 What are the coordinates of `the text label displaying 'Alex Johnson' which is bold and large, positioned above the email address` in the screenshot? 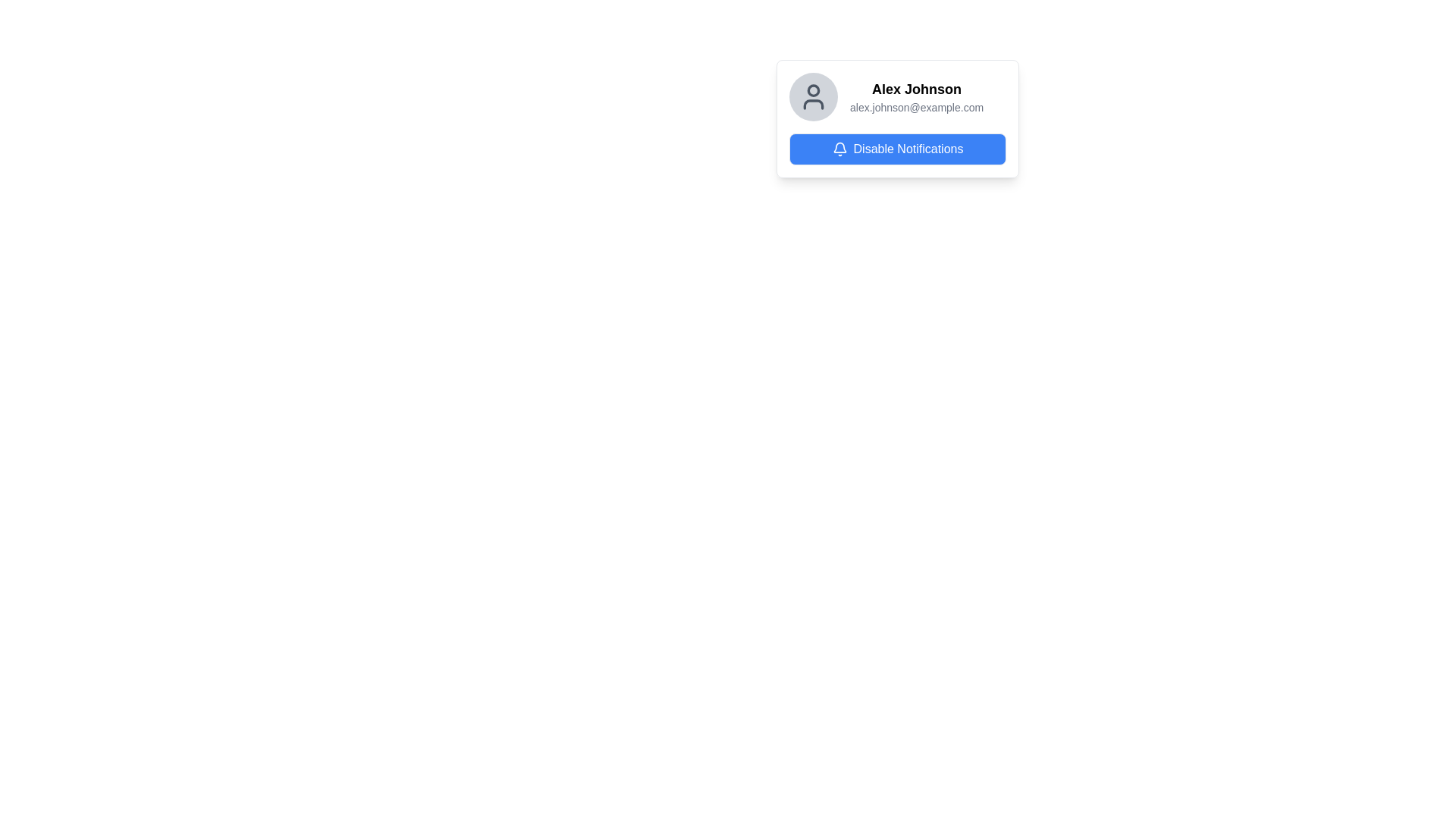 It's located at (916, 89).